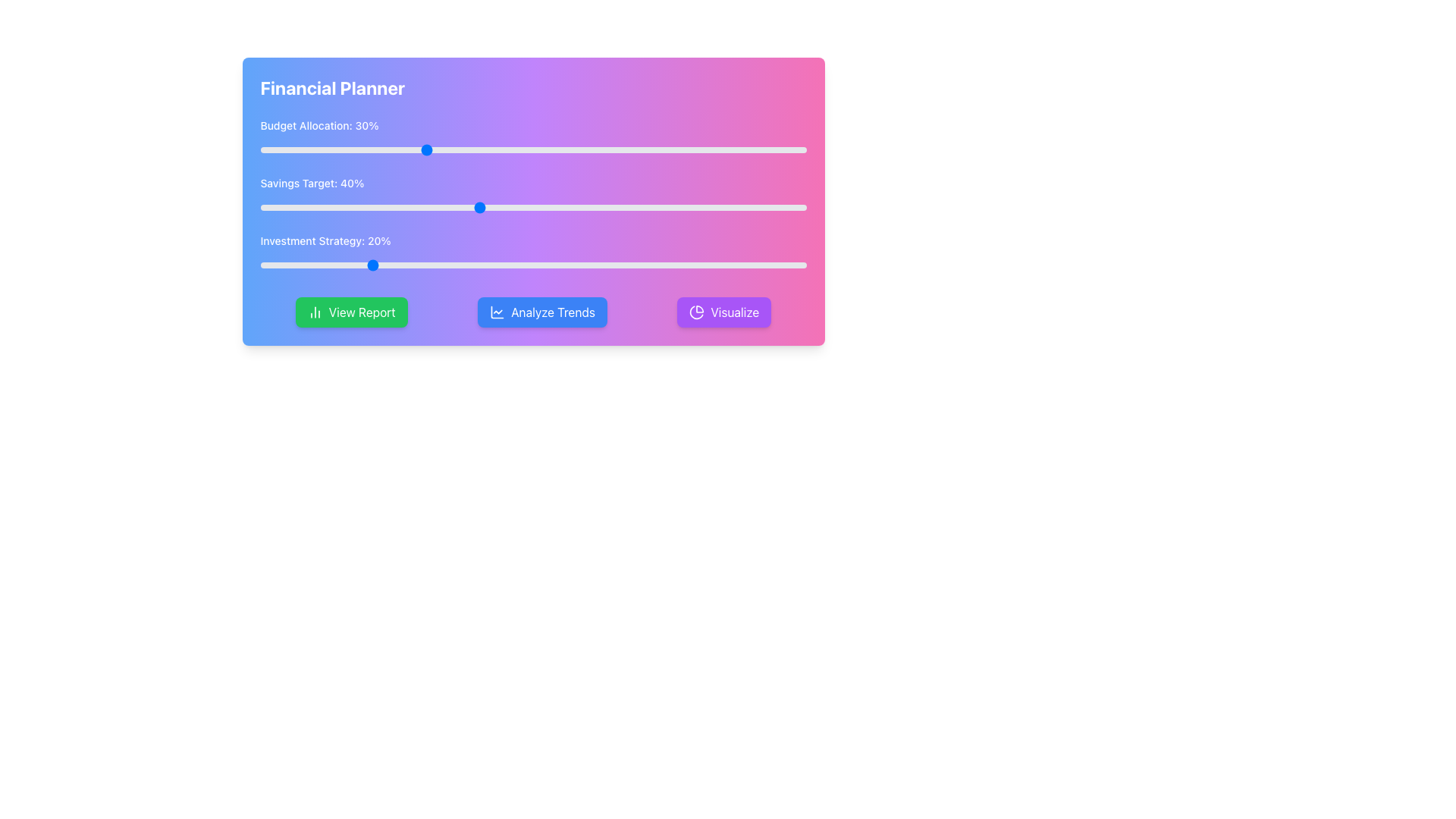 Image resolution: width=1456 pixels, height=819 pixels. What do you see at coordinates (319, 149) in the screenshot?
I see `the budget allocation slider` at bounding box center [319, 149].